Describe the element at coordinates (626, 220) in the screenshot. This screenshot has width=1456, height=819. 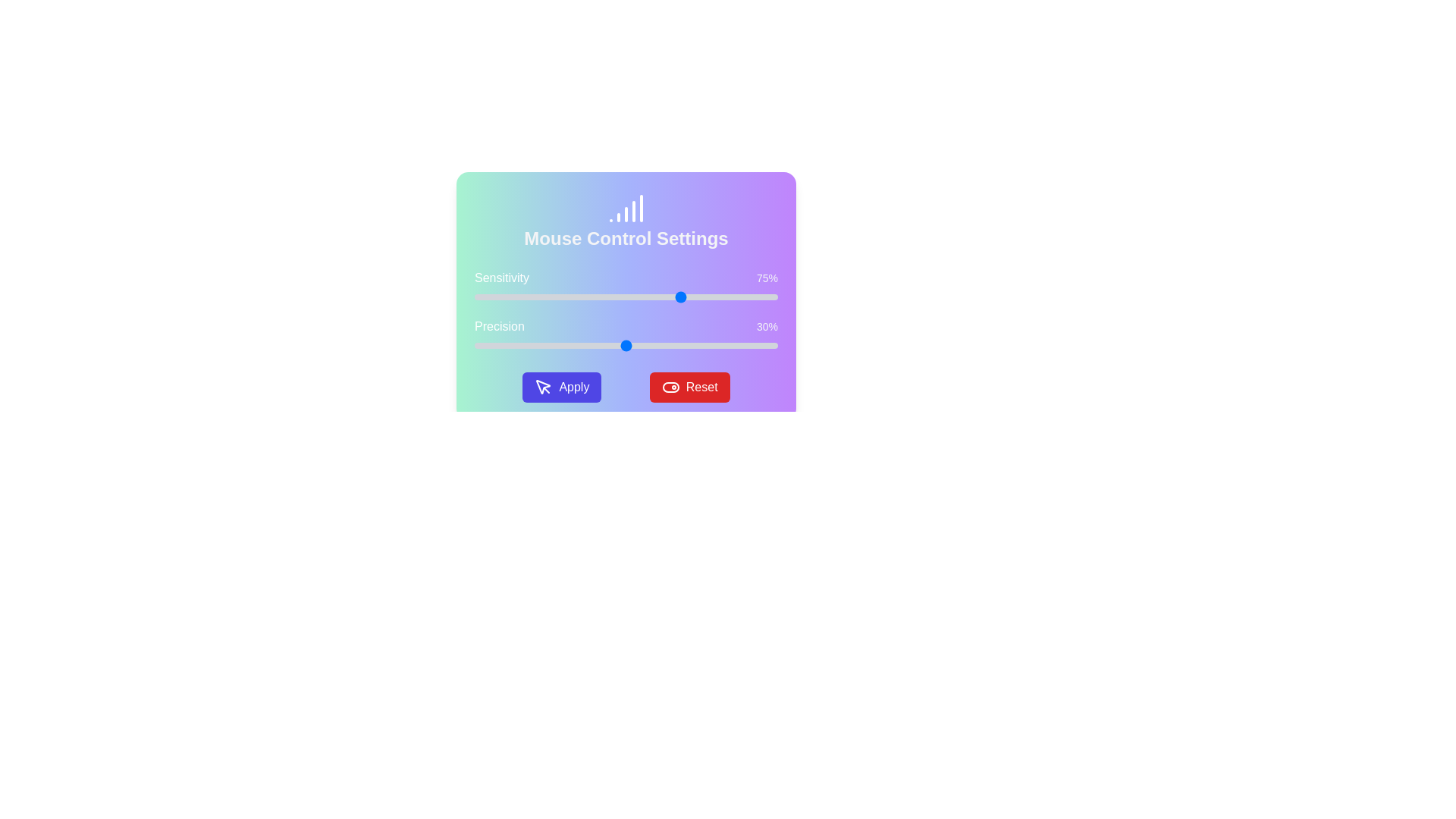
I see `the centered header displaying 'Mouse Control Settings' with a signal icon above it, located in the top section of the card interface` at that location.